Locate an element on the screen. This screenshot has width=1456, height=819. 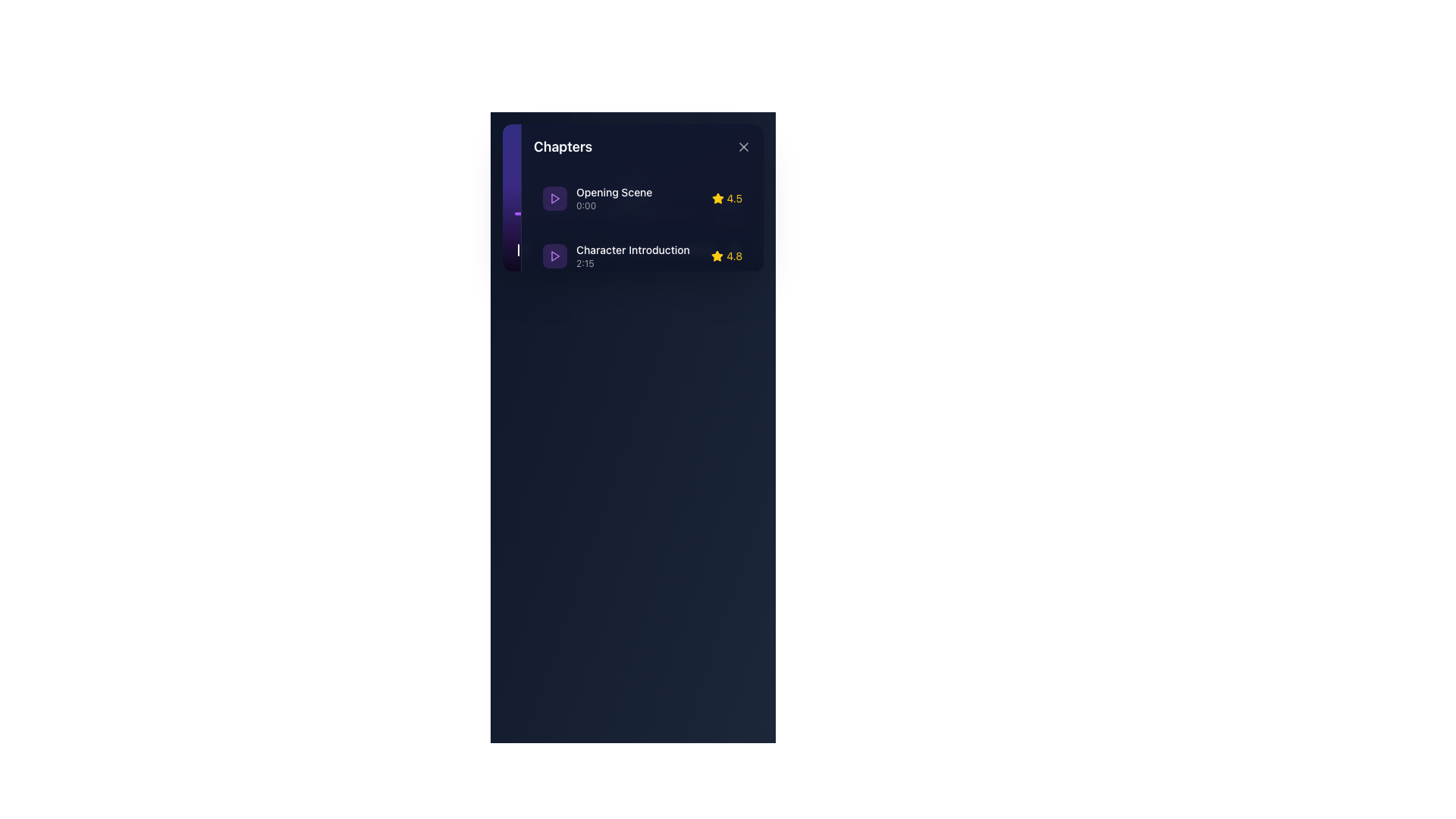
the first chapter entry in the sidebar that provides details for the content chapter, including its title, start time, and rating is located at coordinates (642, 198).